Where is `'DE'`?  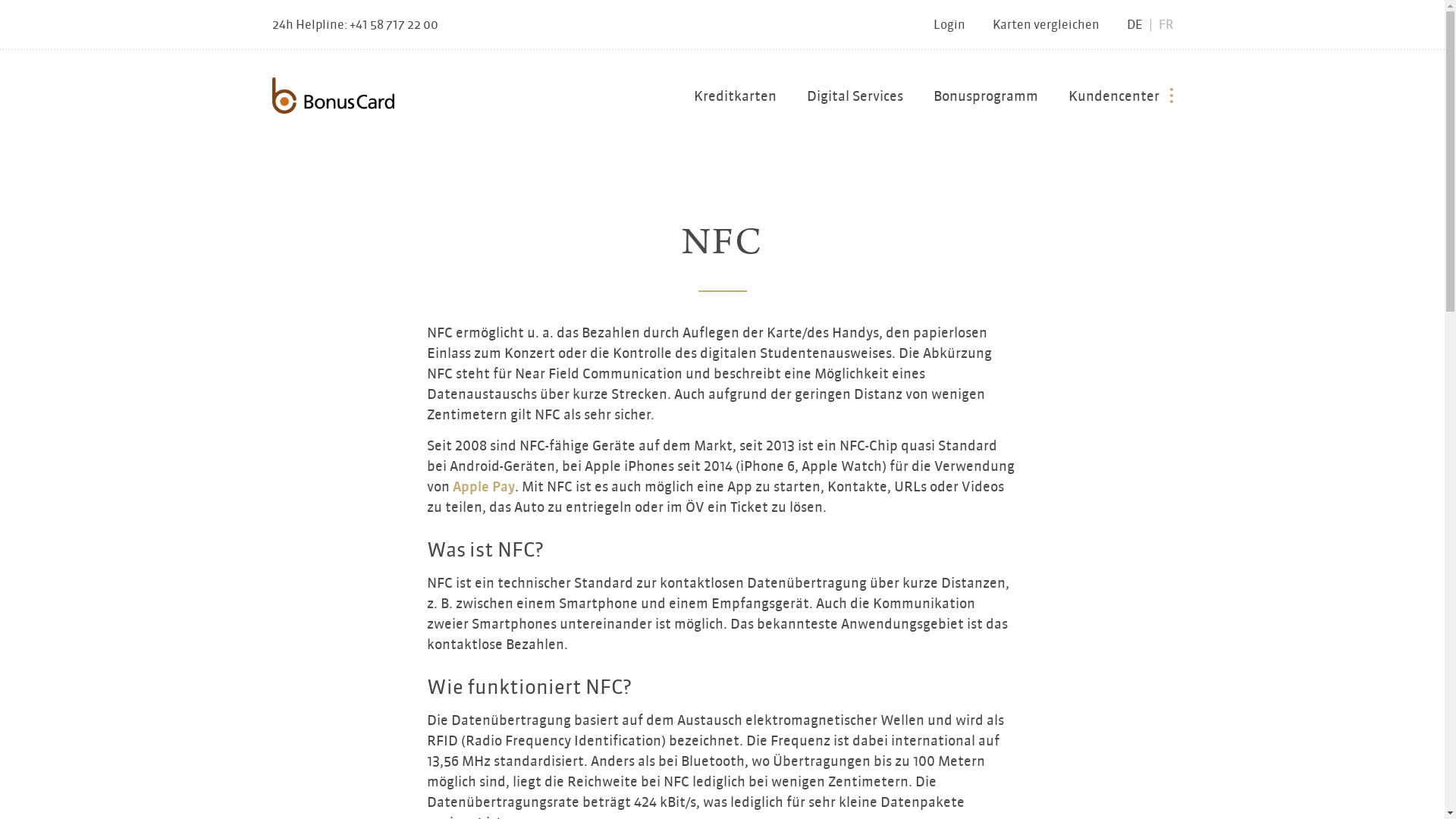
'DE' is located at coordinates (1134, 24).